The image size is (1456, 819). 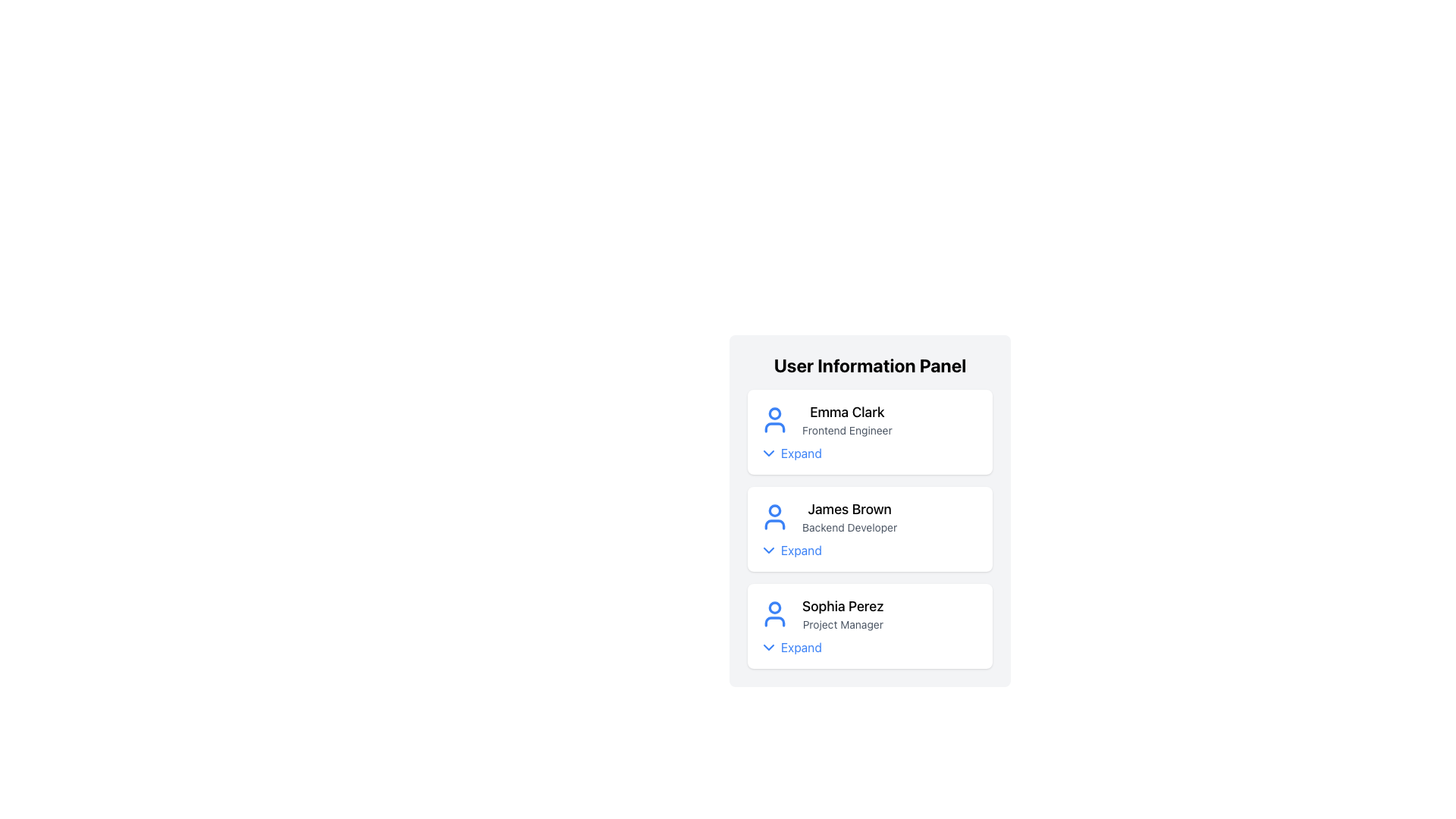 What do you see at coordinates (849, 516) in the screenshot?
I see `the Text Label that displays the name and job title of a user, located in the User Information Panel, specifically the second entry below 'Emma Clark' and above 'Sophia Perez'` at bounding box center [849, 516].